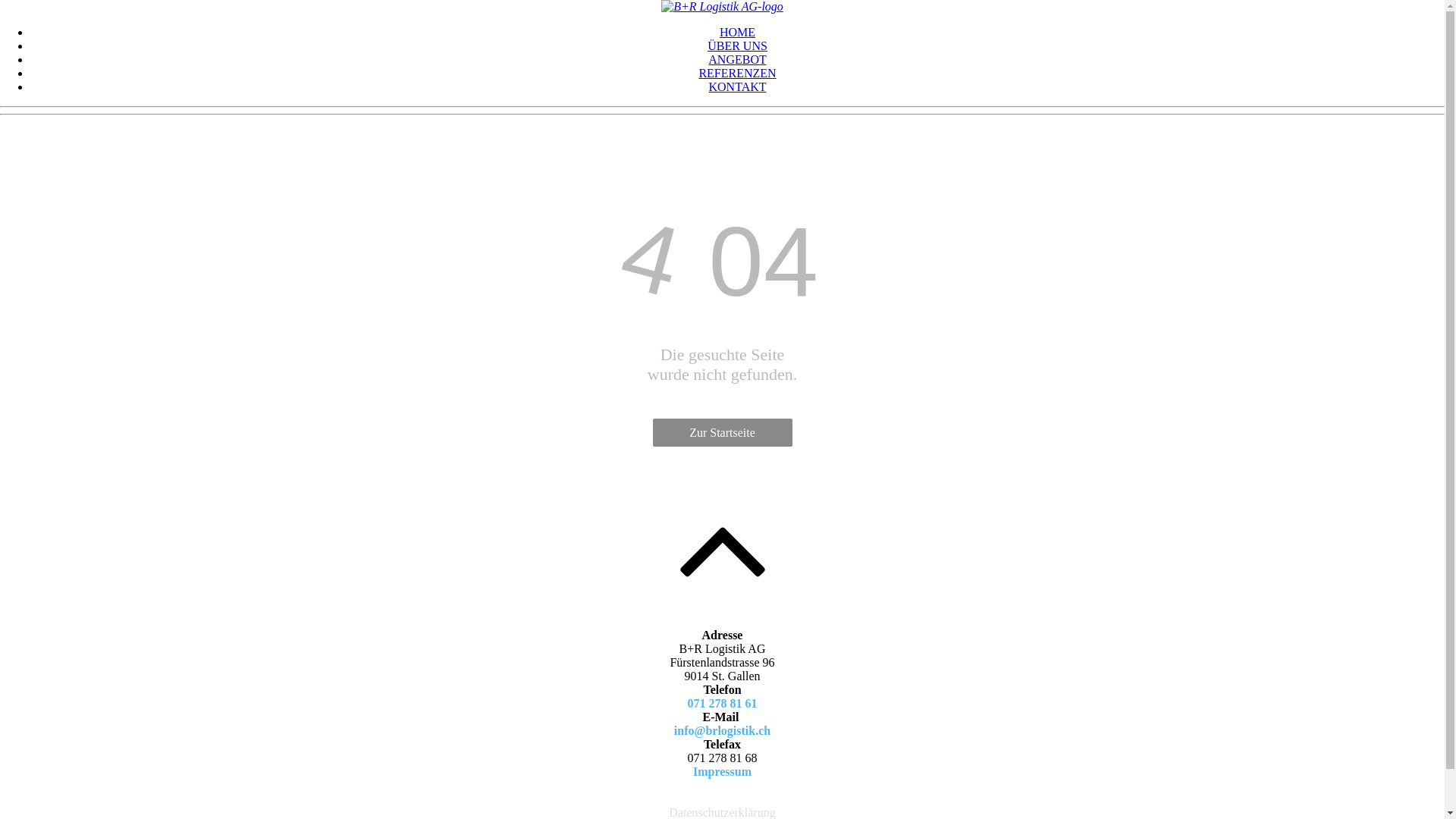 The height and width of the screenshot is (819, 1456). What do you see at coordinates (721, 771) in the screenshot?
I see `'Impressum'` at bounding box center [721, 771].